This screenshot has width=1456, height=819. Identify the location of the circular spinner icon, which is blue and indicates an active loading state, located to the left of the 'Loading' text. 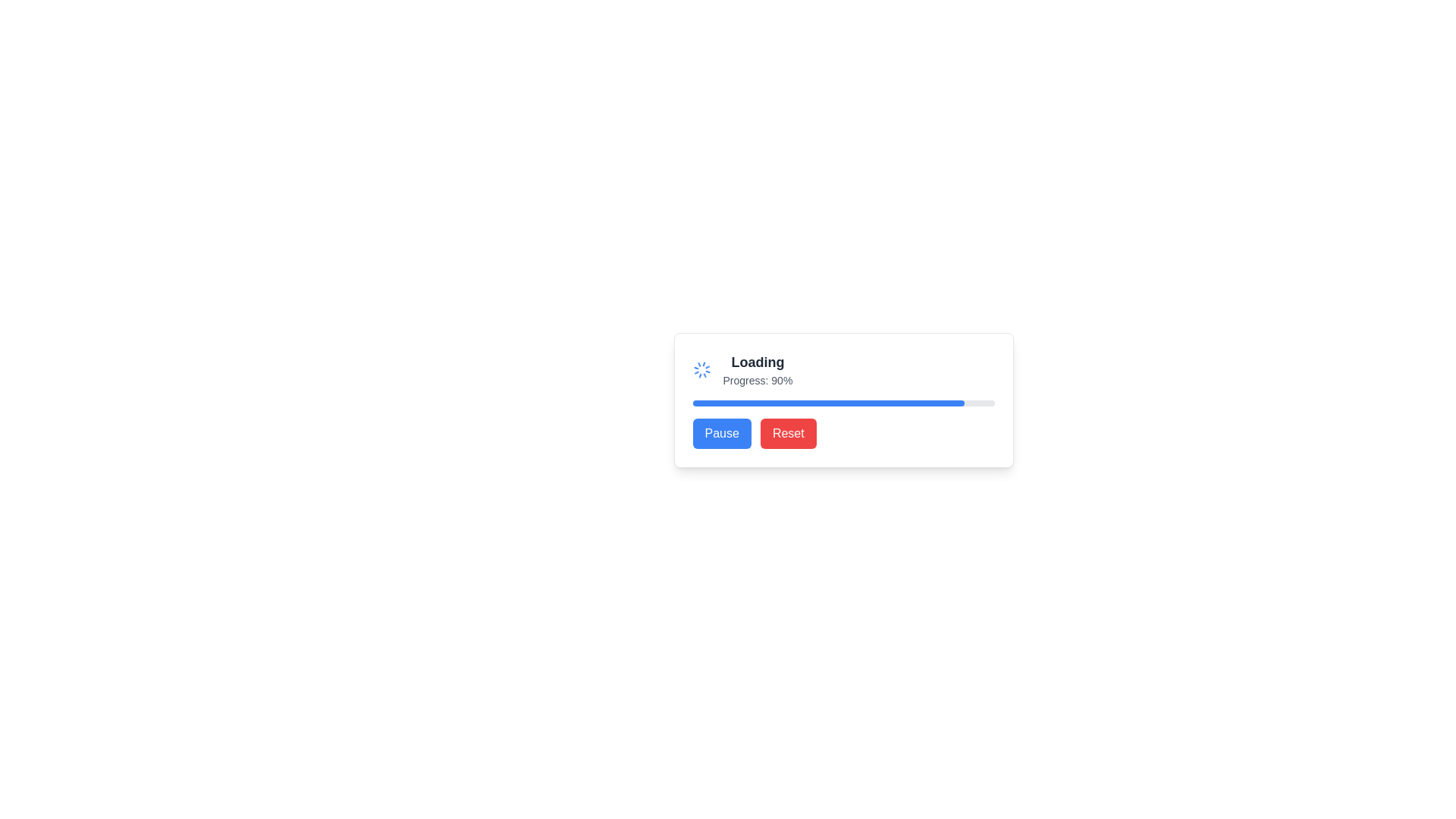
(701, 370).